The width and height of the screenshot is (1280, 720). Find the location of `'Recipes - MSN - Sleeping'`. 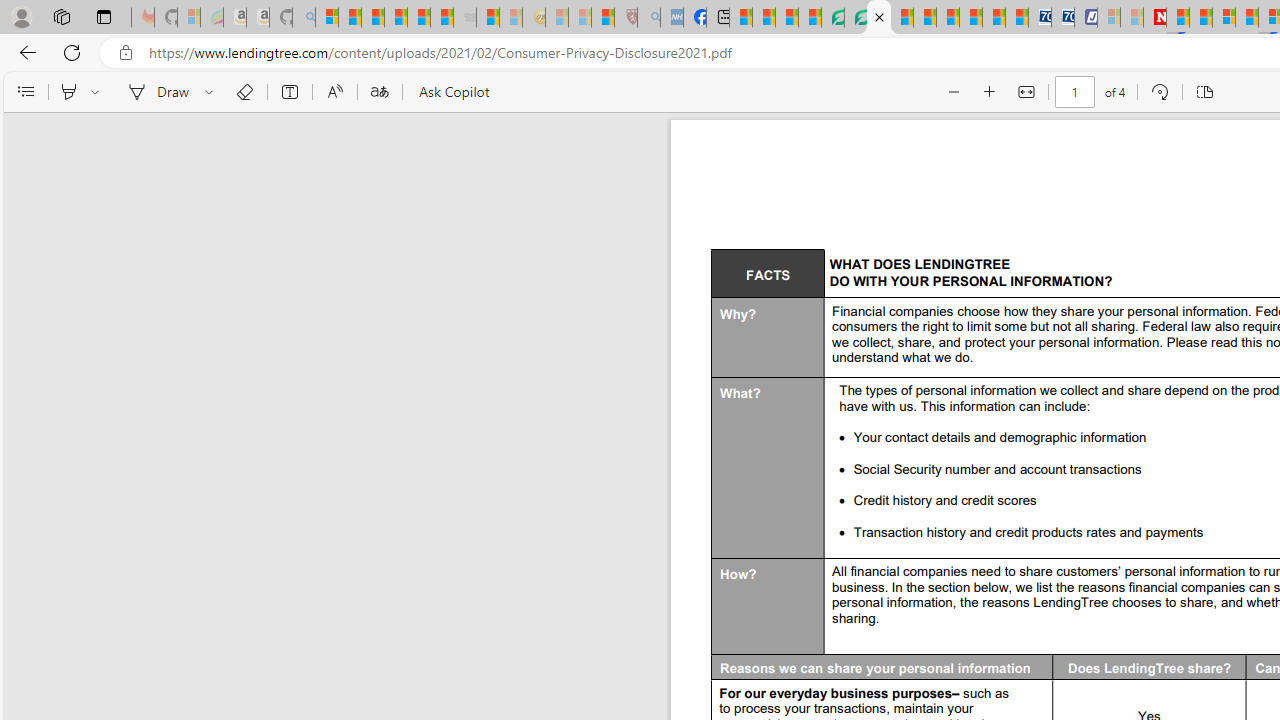

'Recipes - MSN - Sleeping' is located at coordinates (557, 17).